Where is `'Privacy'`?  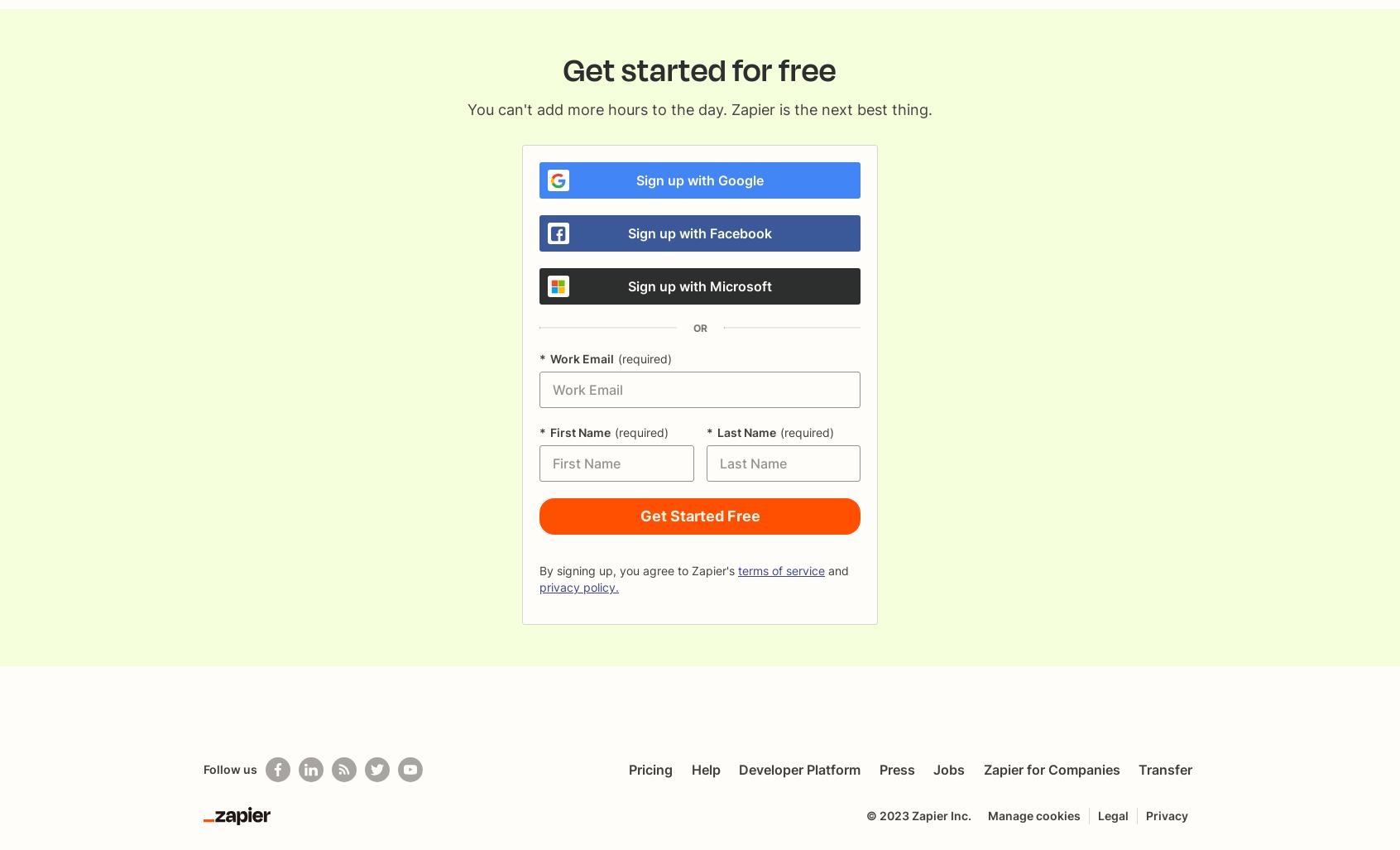
'Privacy' is located at coordinates (1167, 814).